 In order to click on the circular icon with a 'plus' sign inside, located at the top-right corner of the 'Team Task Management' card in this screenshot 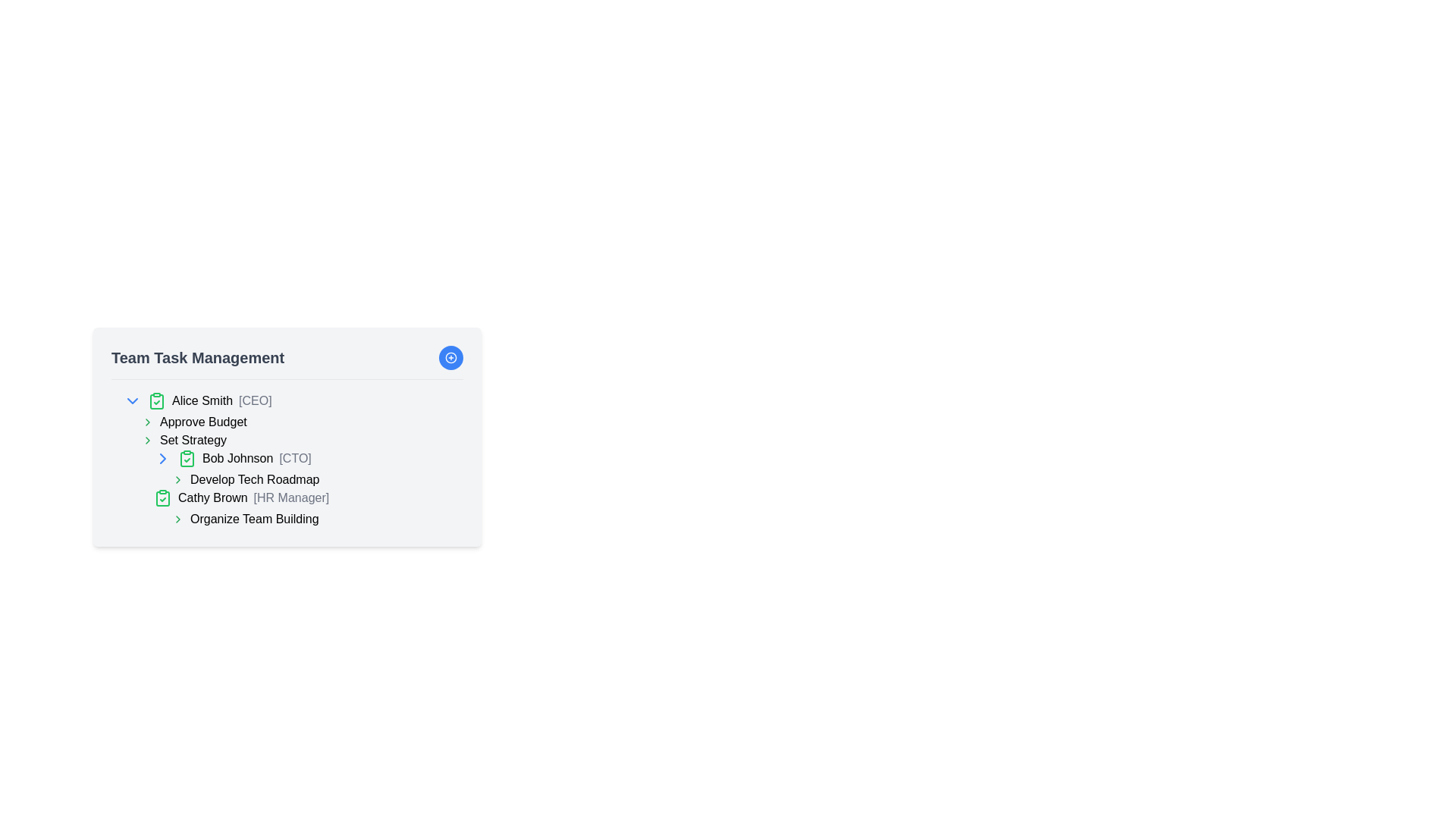, I will do `click(450, 357)`.